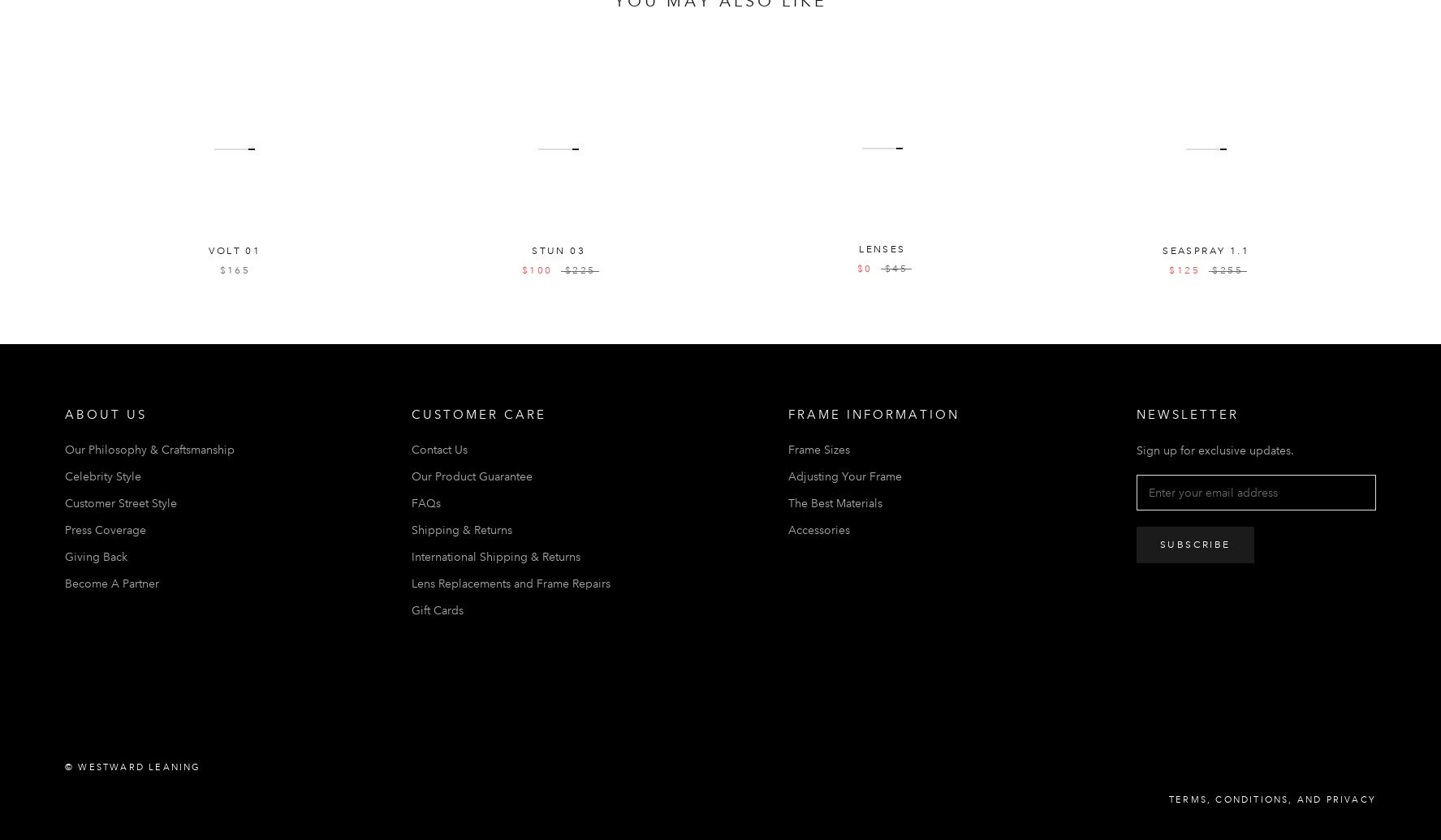 The image size is (1441, 840). Describe the element at coordinates (479, 414) in the screenshot. I see `'Customer Care'` at that location.